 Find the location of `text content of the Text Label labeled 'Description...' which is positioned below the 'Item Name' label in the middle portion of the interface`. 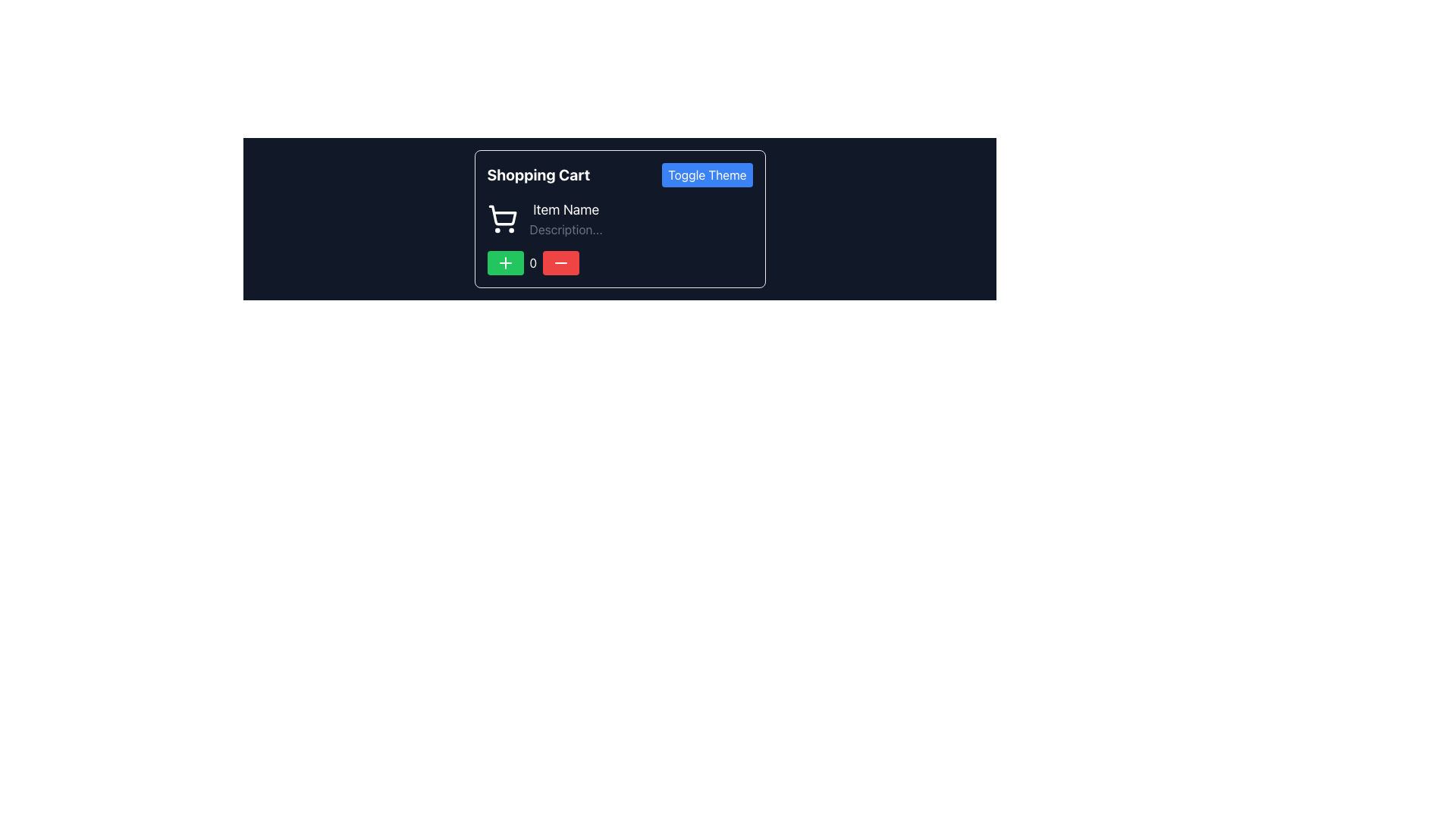

text content of the Text Label labeled 'Description...' which is positioned below the 'Item Name' label in the middle portion of the interface is located at coordinates (565, 230).